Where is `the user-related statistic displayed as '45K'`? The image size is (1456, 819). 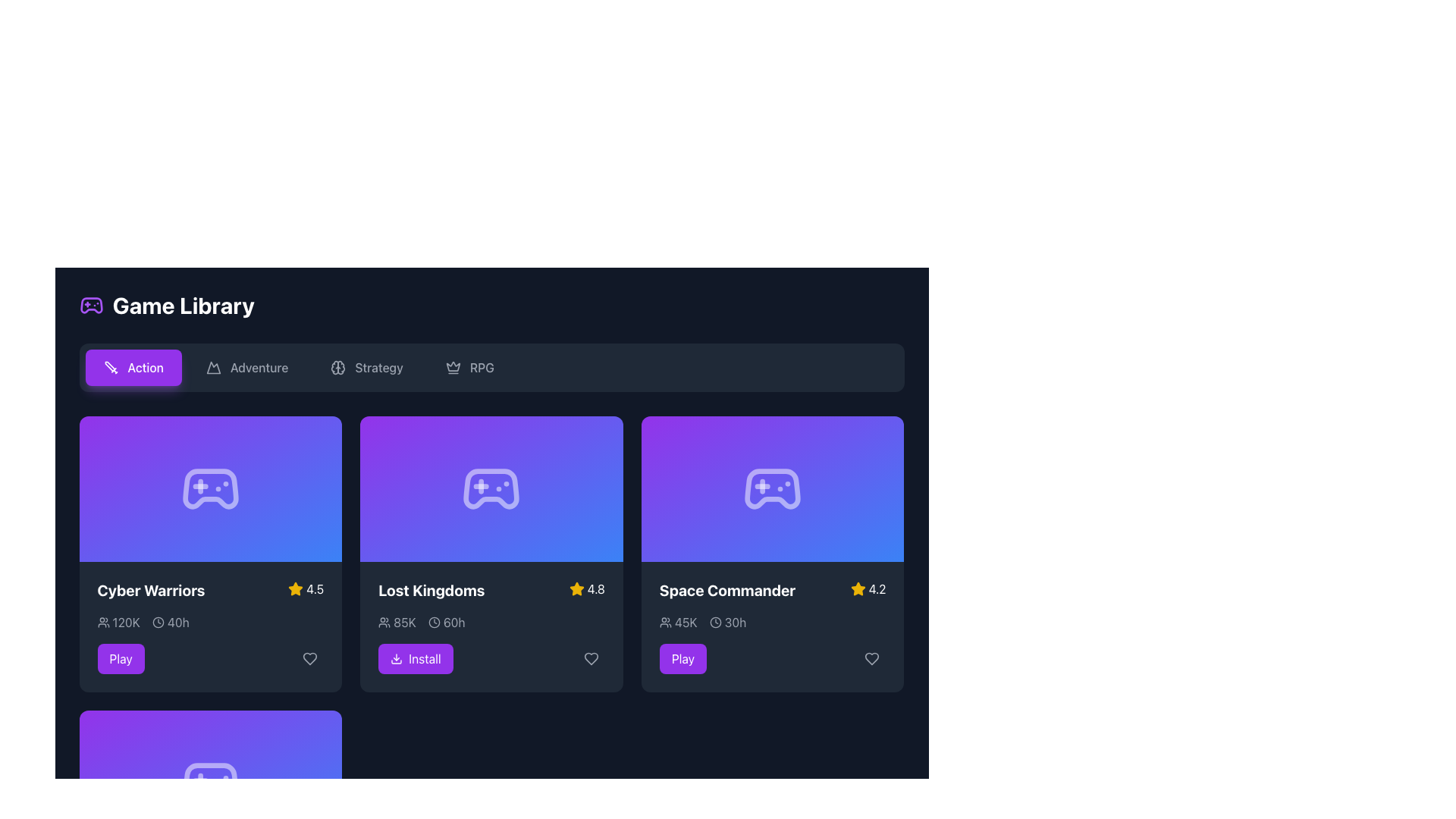
the user-related statistic displayed as '45K' is located at coordinates (685, 623).